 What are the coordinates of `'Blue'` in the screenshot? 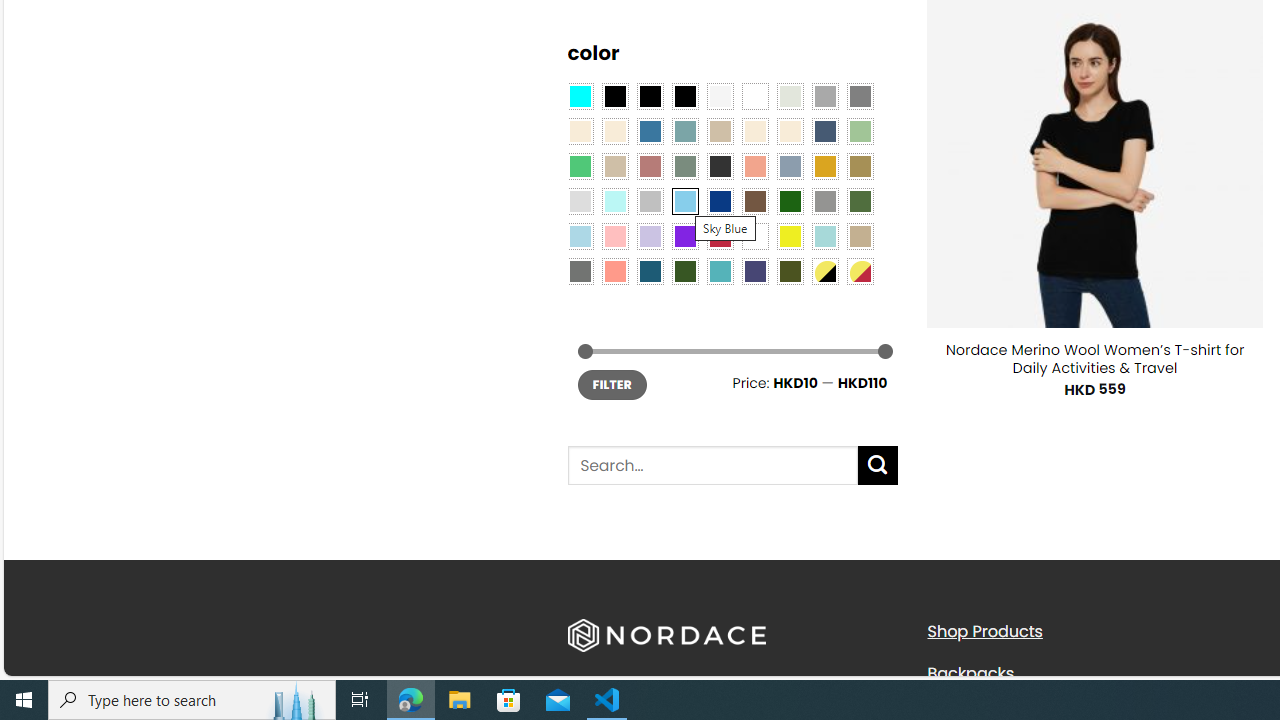 It's located at (650, 131).